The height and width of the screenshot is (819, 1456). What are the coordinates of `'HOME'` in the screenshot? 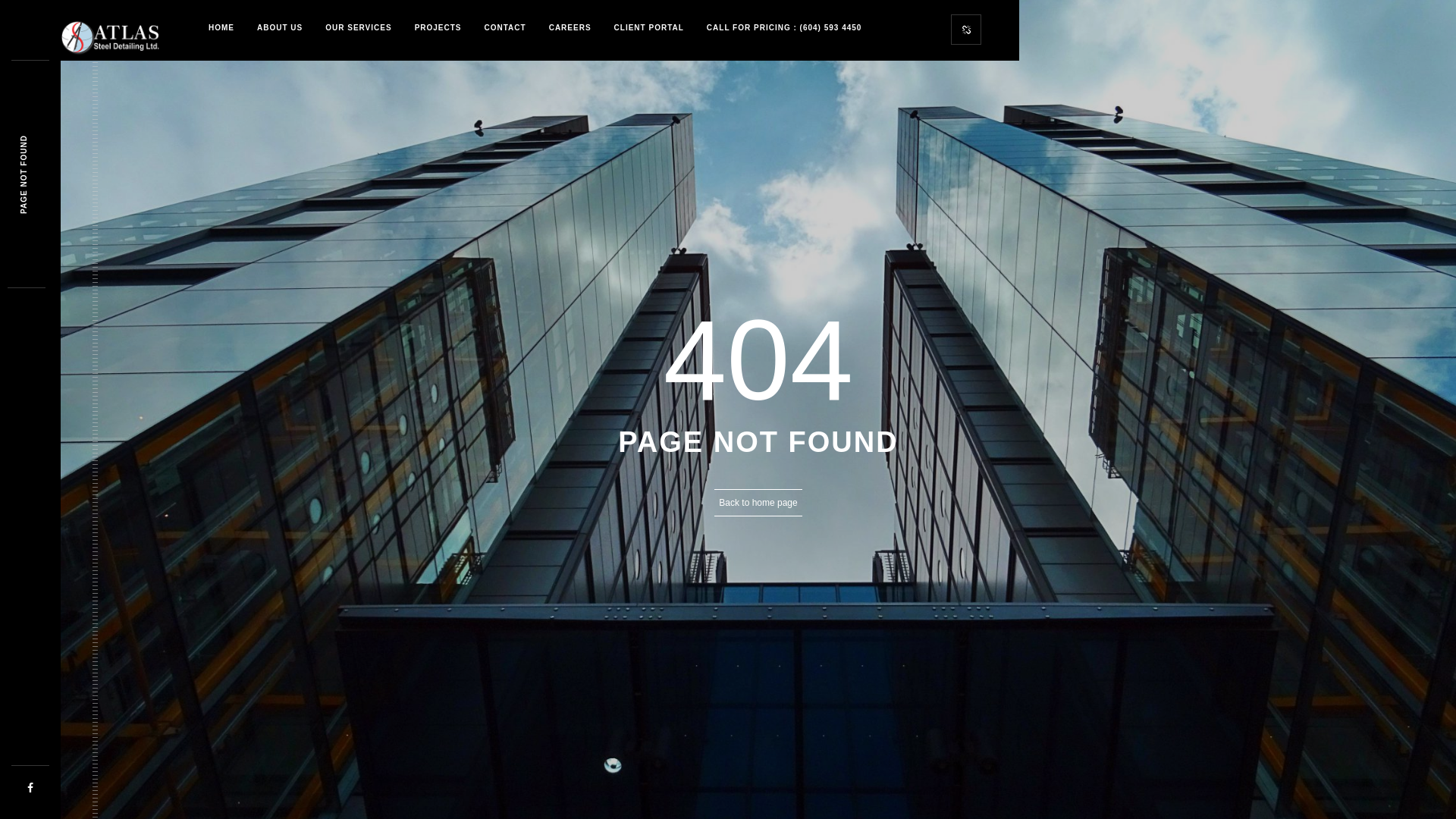 It's located at (221, 28).